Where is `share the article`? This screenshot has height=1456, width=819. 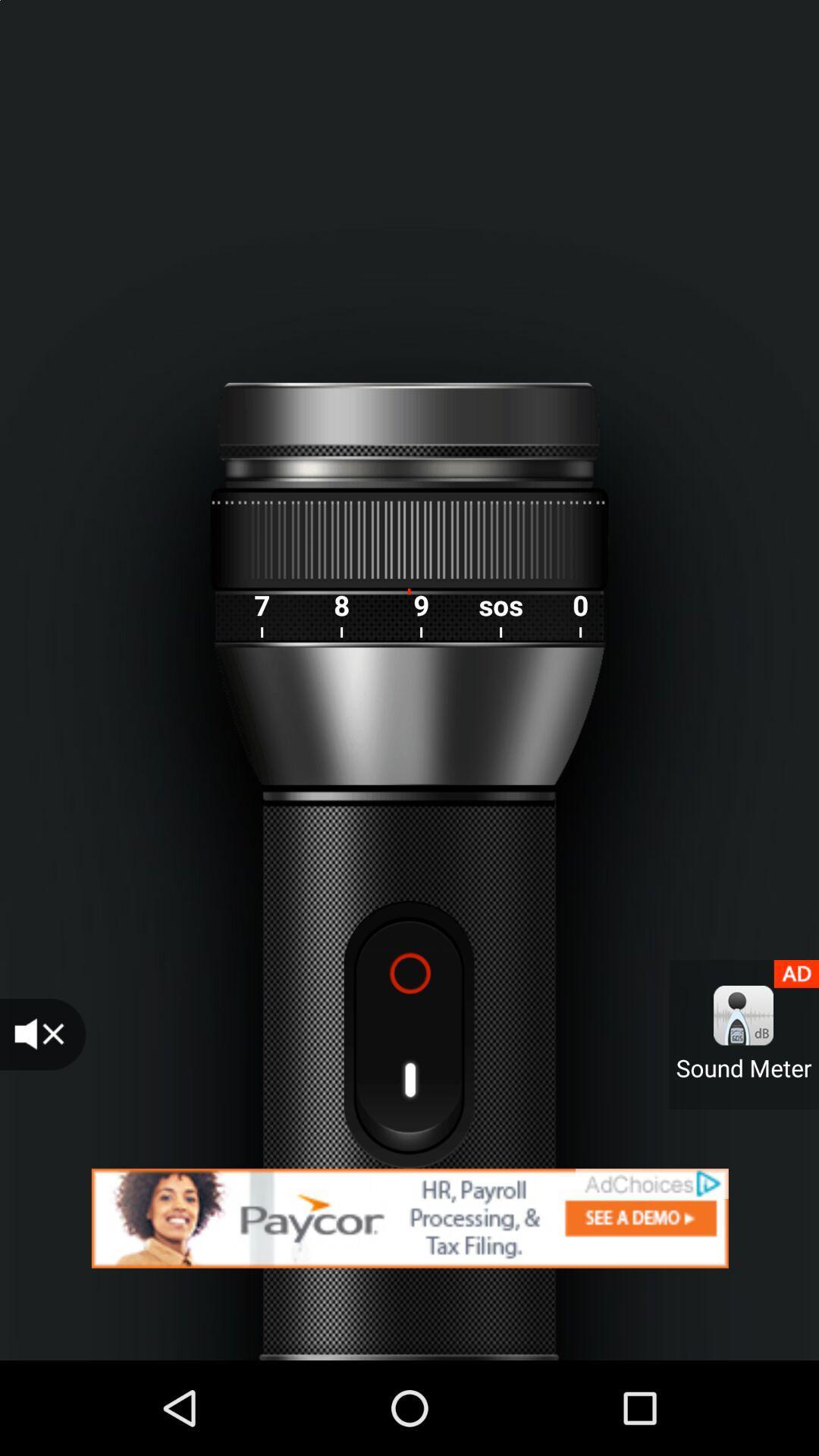
share the article is located at coordinates (409, 1218).